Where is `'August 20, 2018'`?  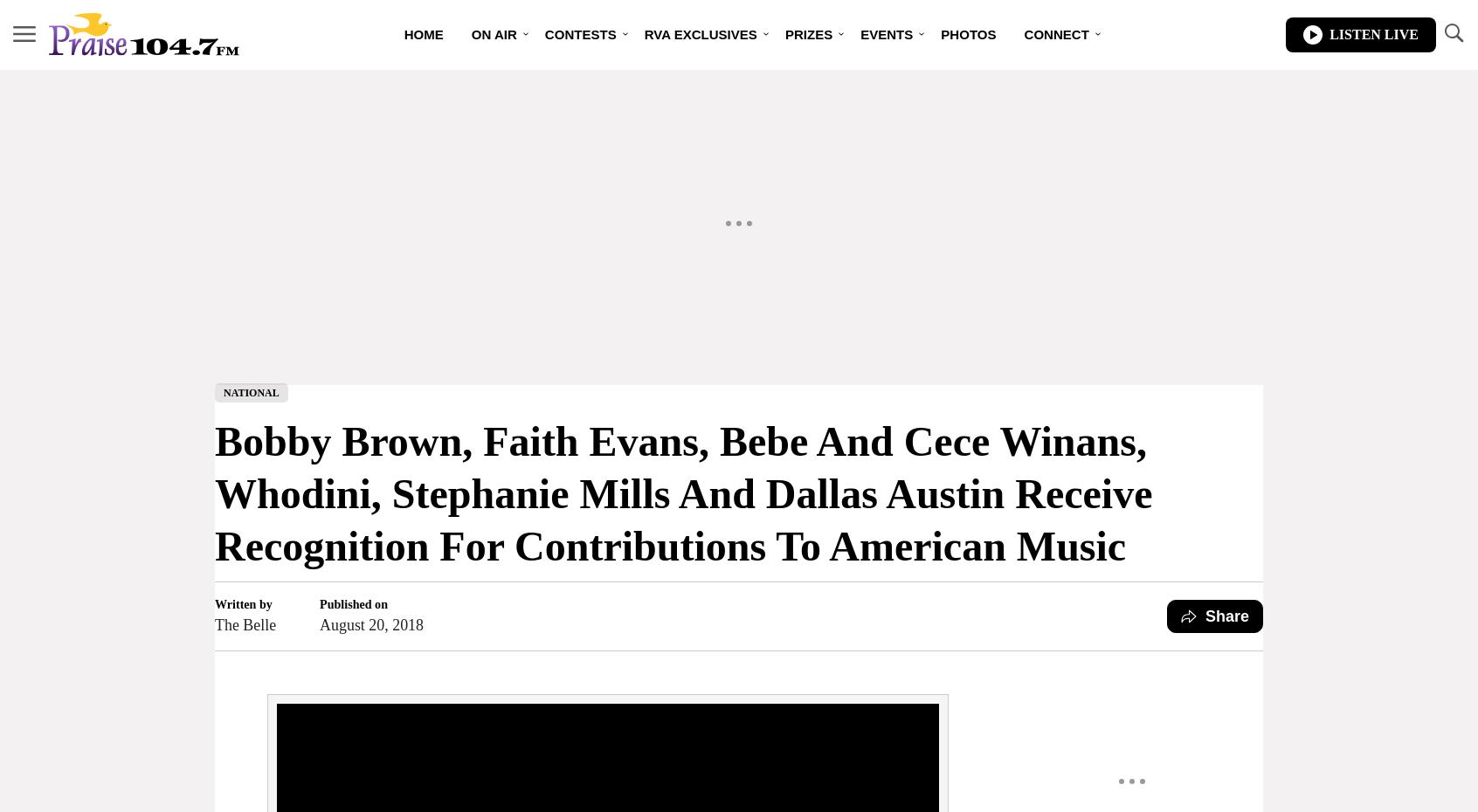 'August 20, 2018' is located at coordinates (370, 623).